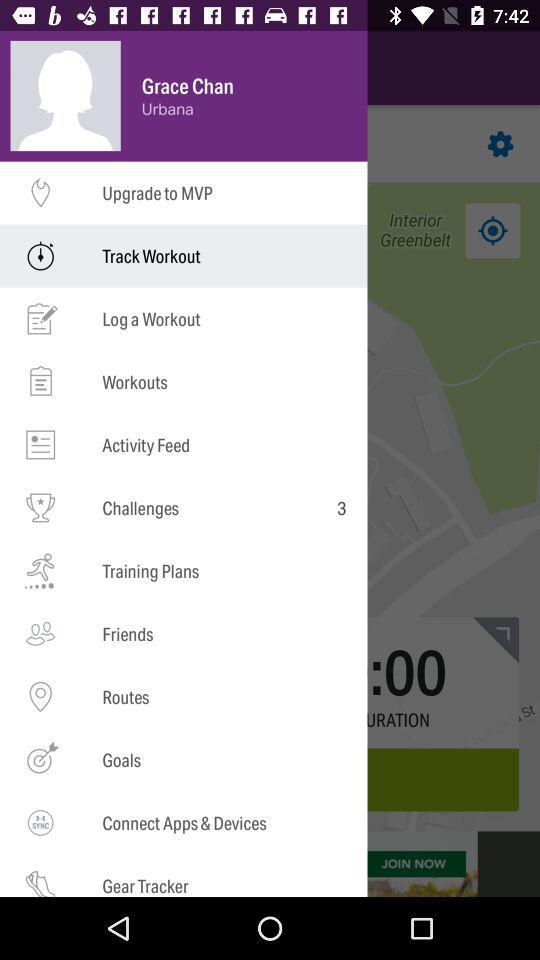 The height and width of the screenshot is (960, 540). What do you see at coordinates (40, 571) in the screenshot?
I see `the symbol beside training plans` at bounding box center [40, 571].